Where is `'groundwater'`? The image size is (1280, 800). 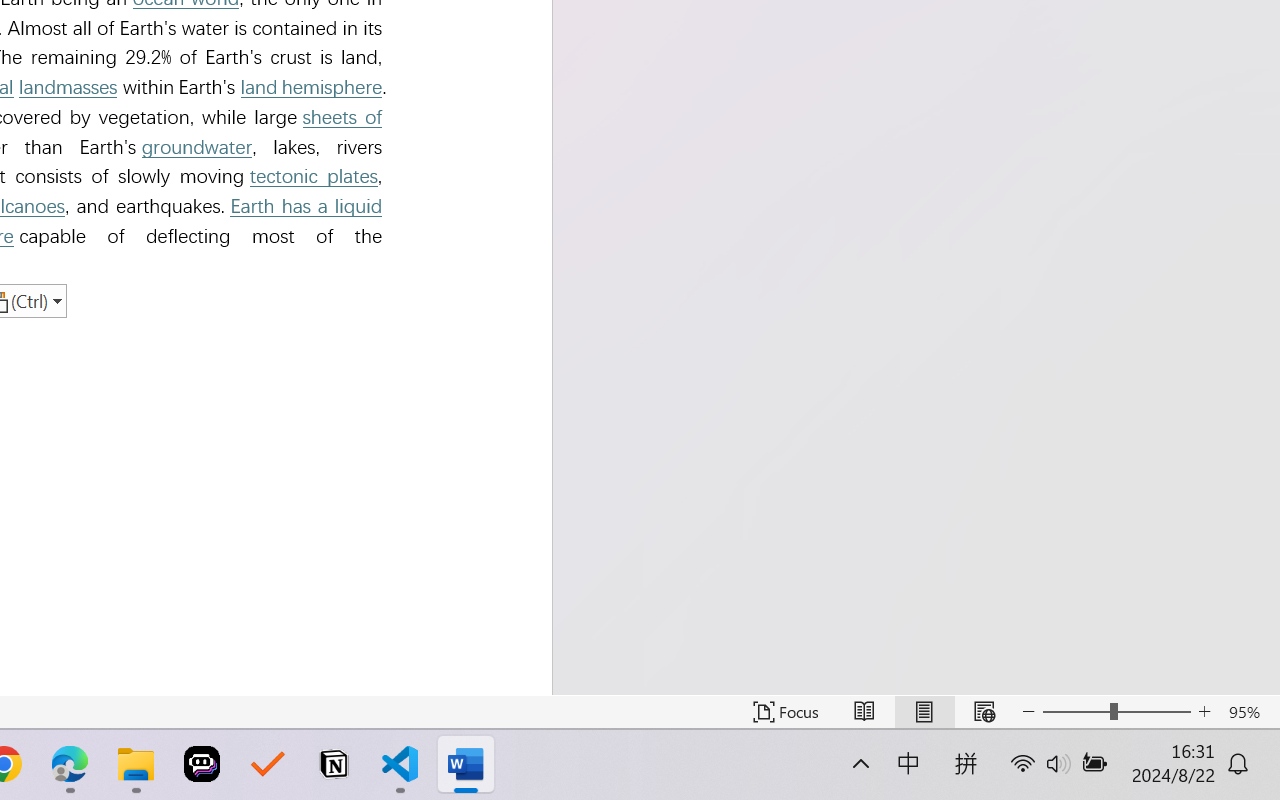
'groundwater' is located at coordinates (197, 147).